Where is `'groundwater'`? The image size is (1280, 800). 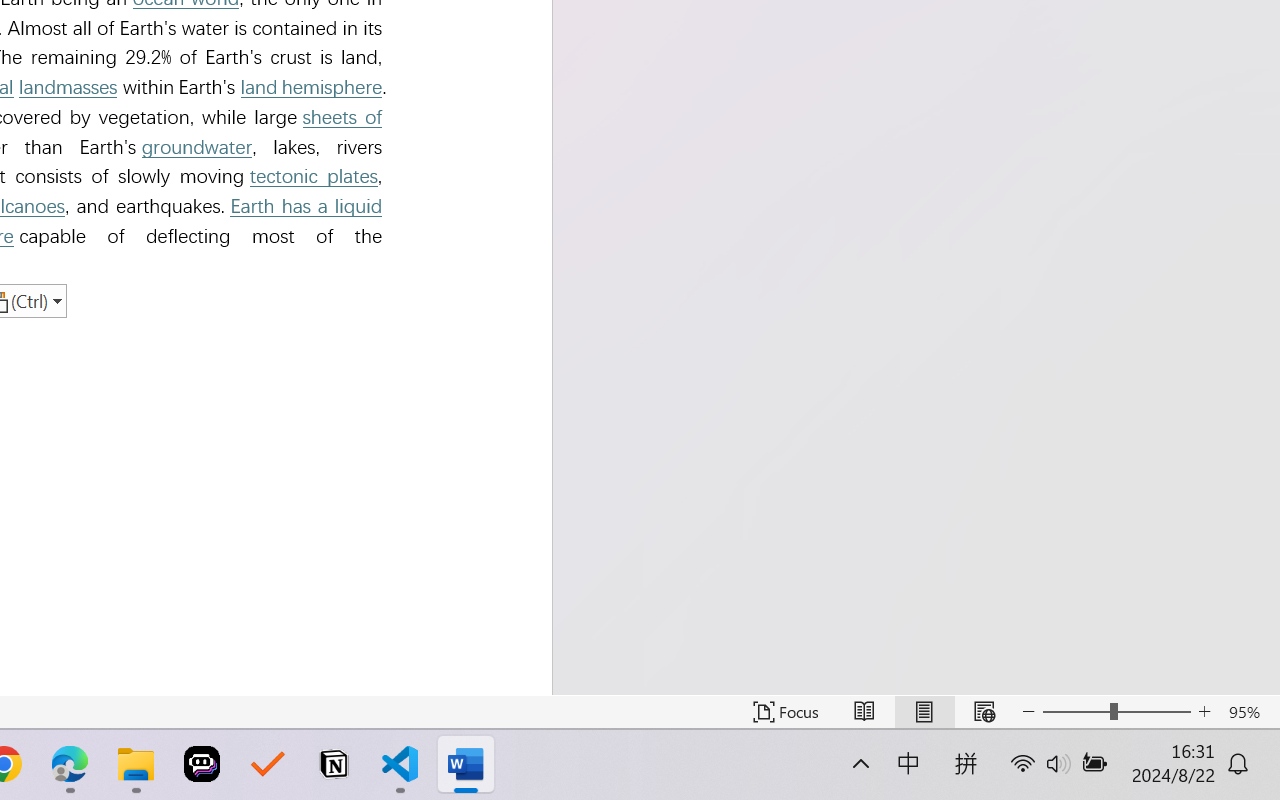
'groundwater' is located at coordinates (197, 147).